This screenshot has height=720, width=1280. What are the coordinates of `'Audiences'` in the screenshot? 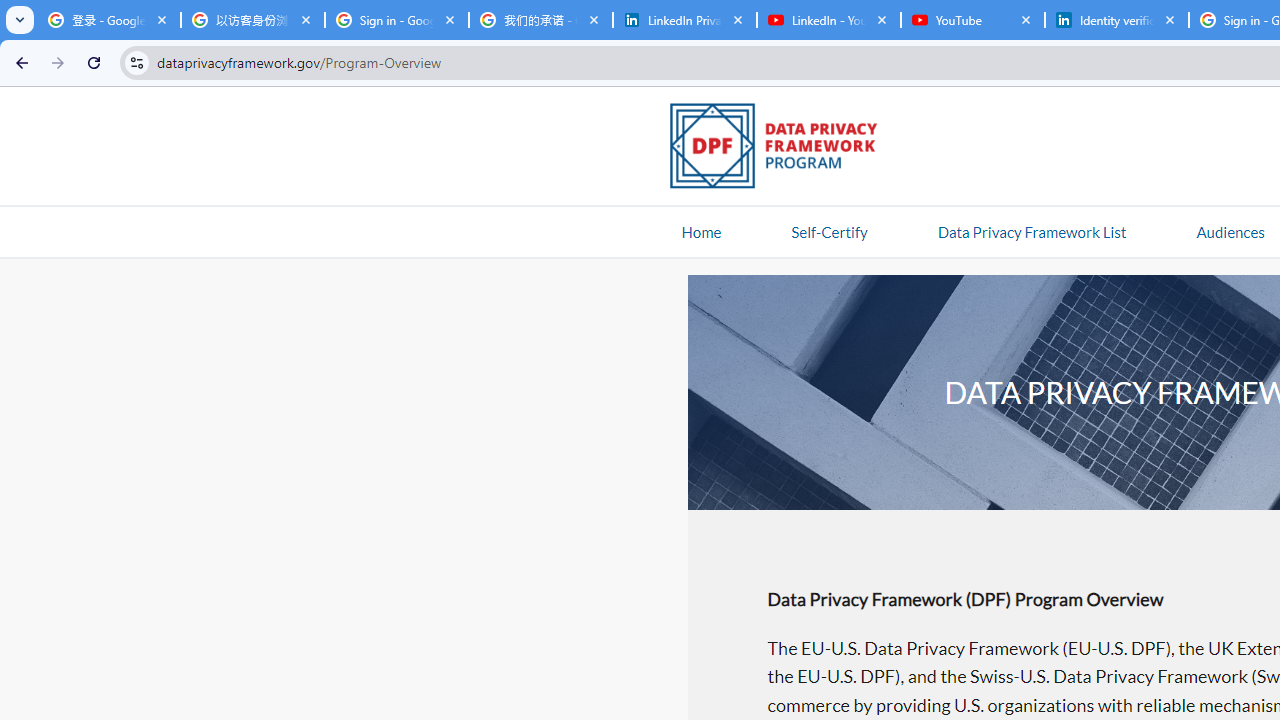 It's located at (1229, 230).